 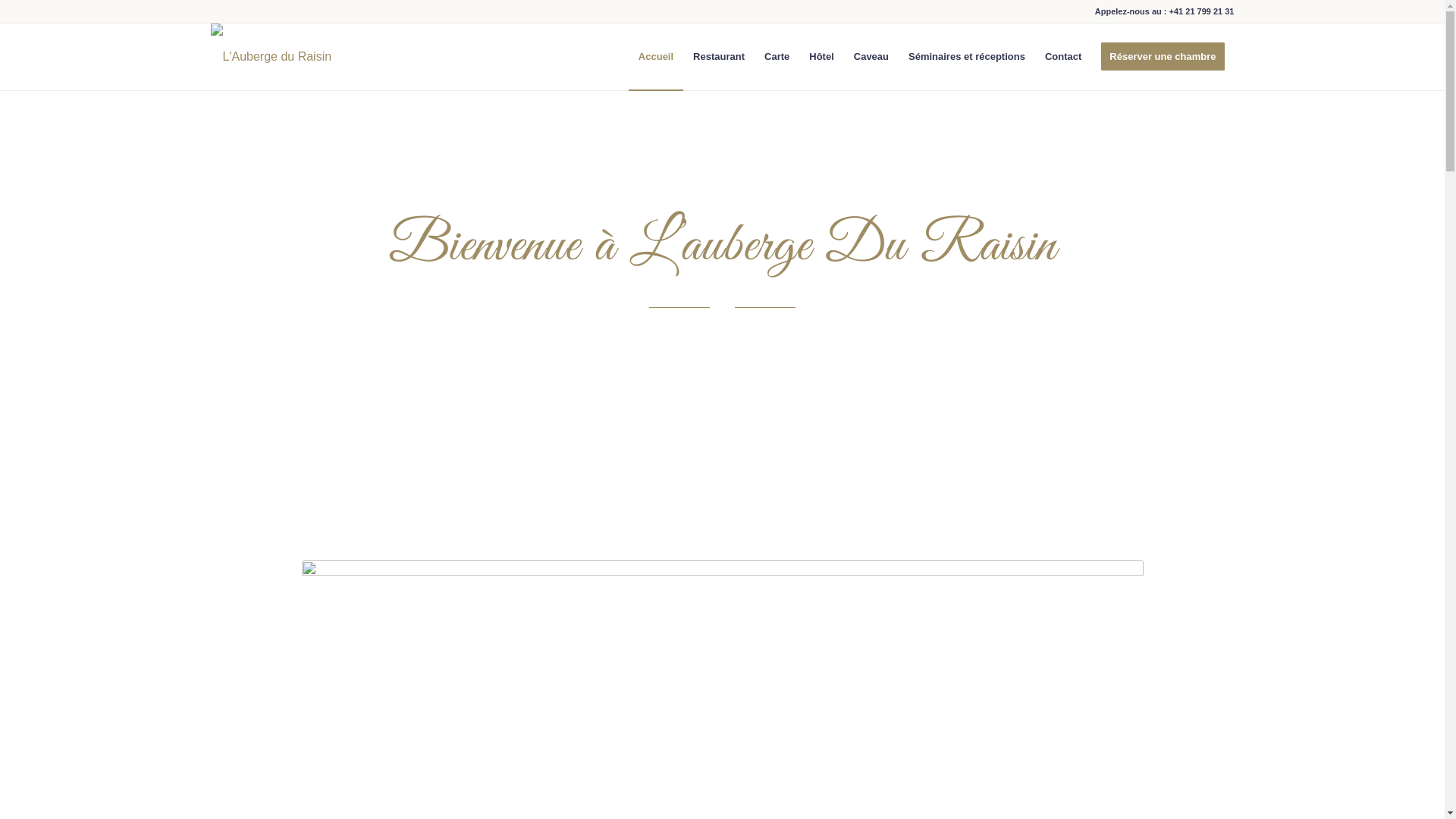 What do you see at coordinates (871, 55) in the screenshot?
I see `'Caveau'` at bounding box center [871, 55].